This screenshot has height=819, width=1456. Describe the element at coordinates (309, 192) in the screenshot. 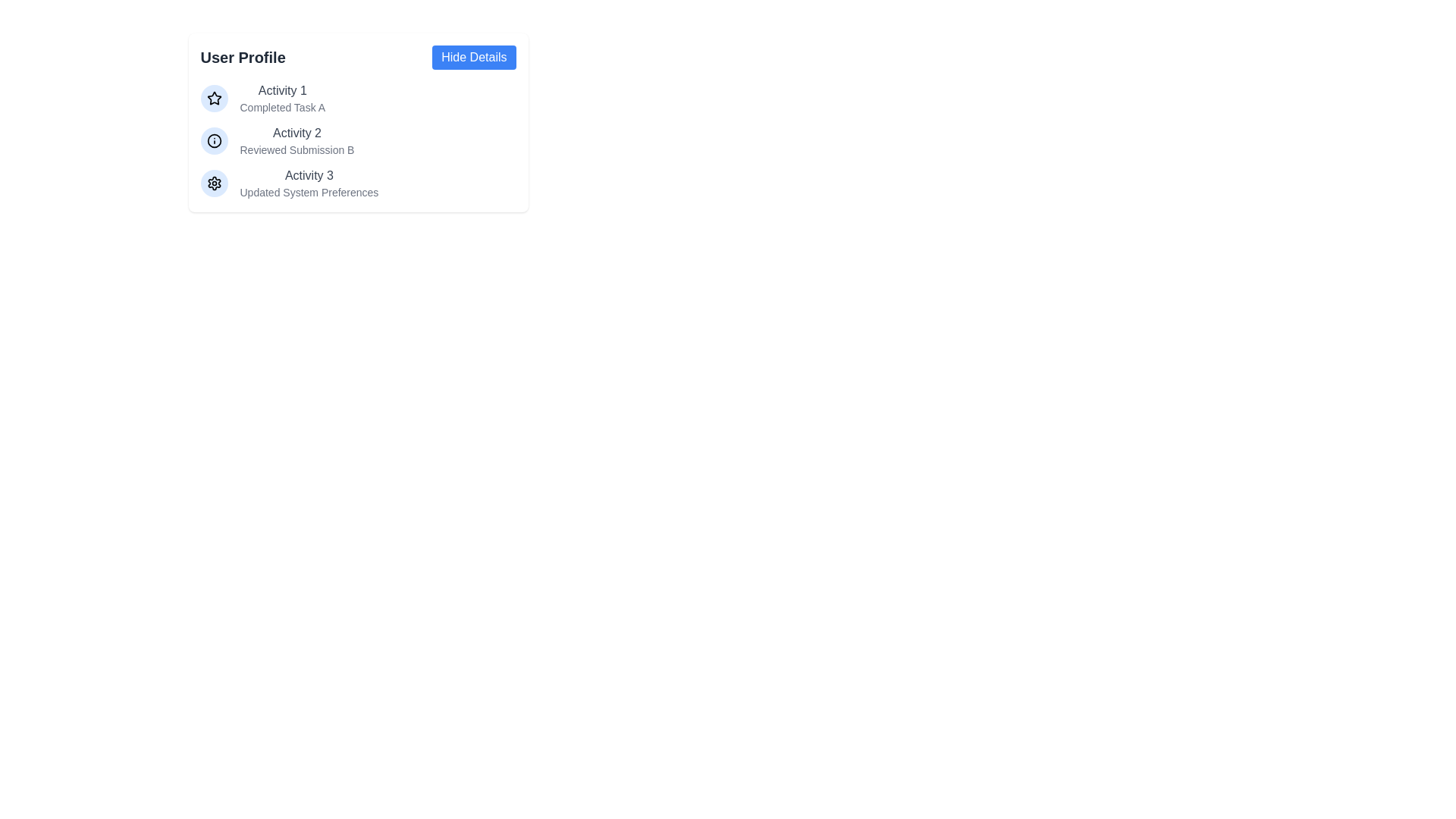

I see `the static text displaying 'Updated System Preferences', which is positioned below the 'Activity 3' title text in a lighter gray color` at that location.